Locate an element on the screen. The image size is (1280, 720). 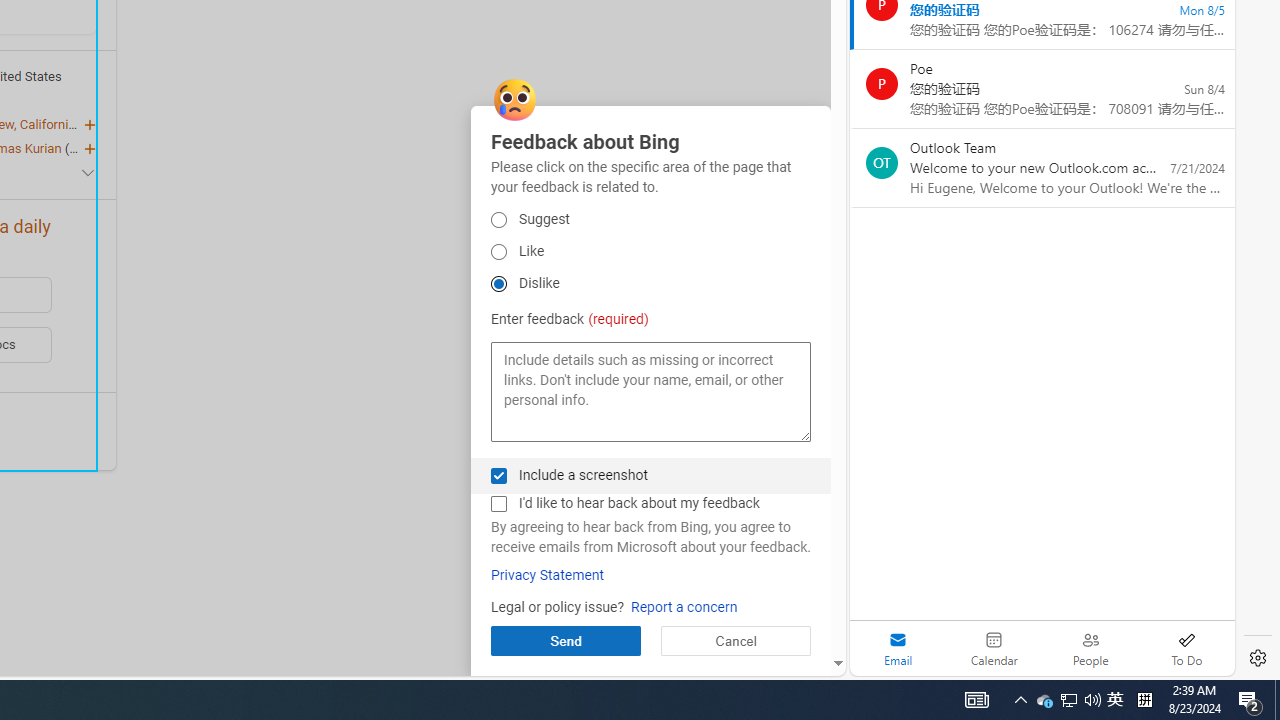
'I' is located at coordinates (499, 502).